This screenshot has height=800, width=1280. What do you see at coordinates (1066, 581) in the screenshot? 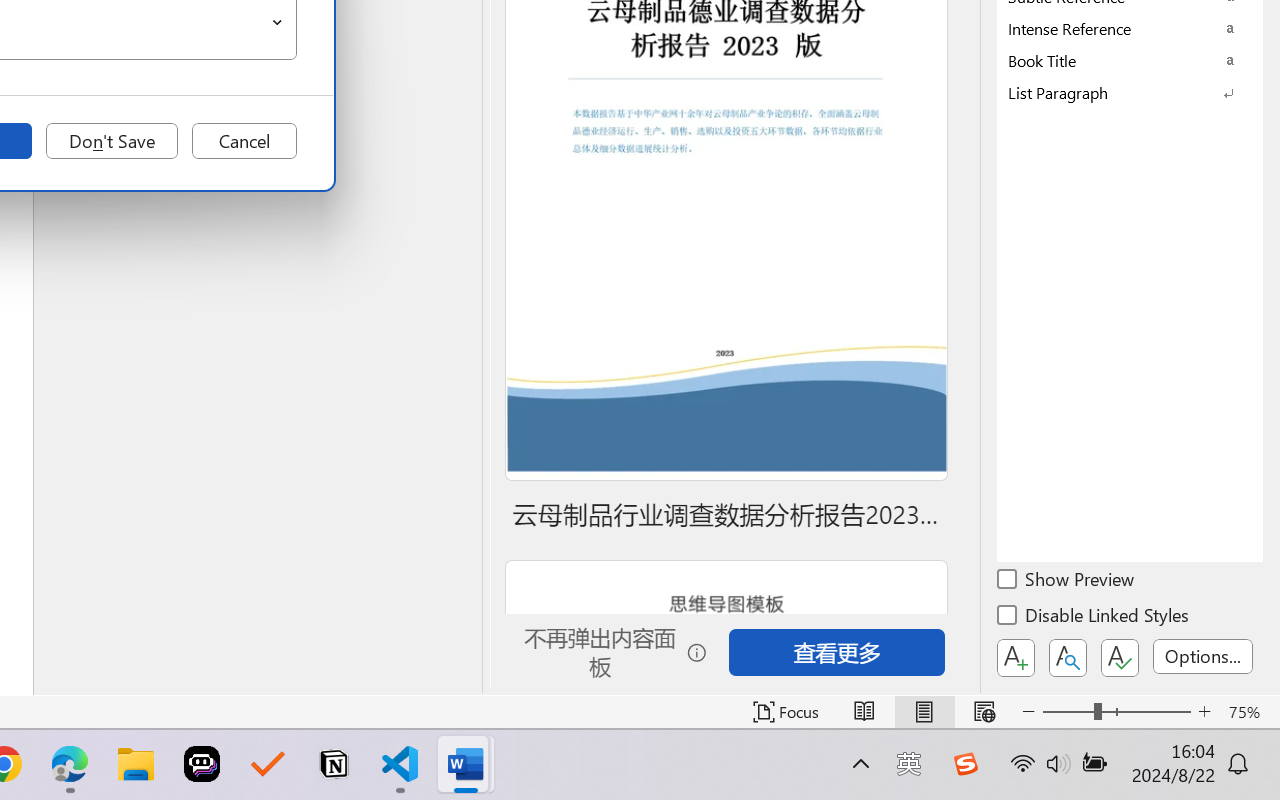
I see `'Show Preview'` at bounding box center [1066, 581].